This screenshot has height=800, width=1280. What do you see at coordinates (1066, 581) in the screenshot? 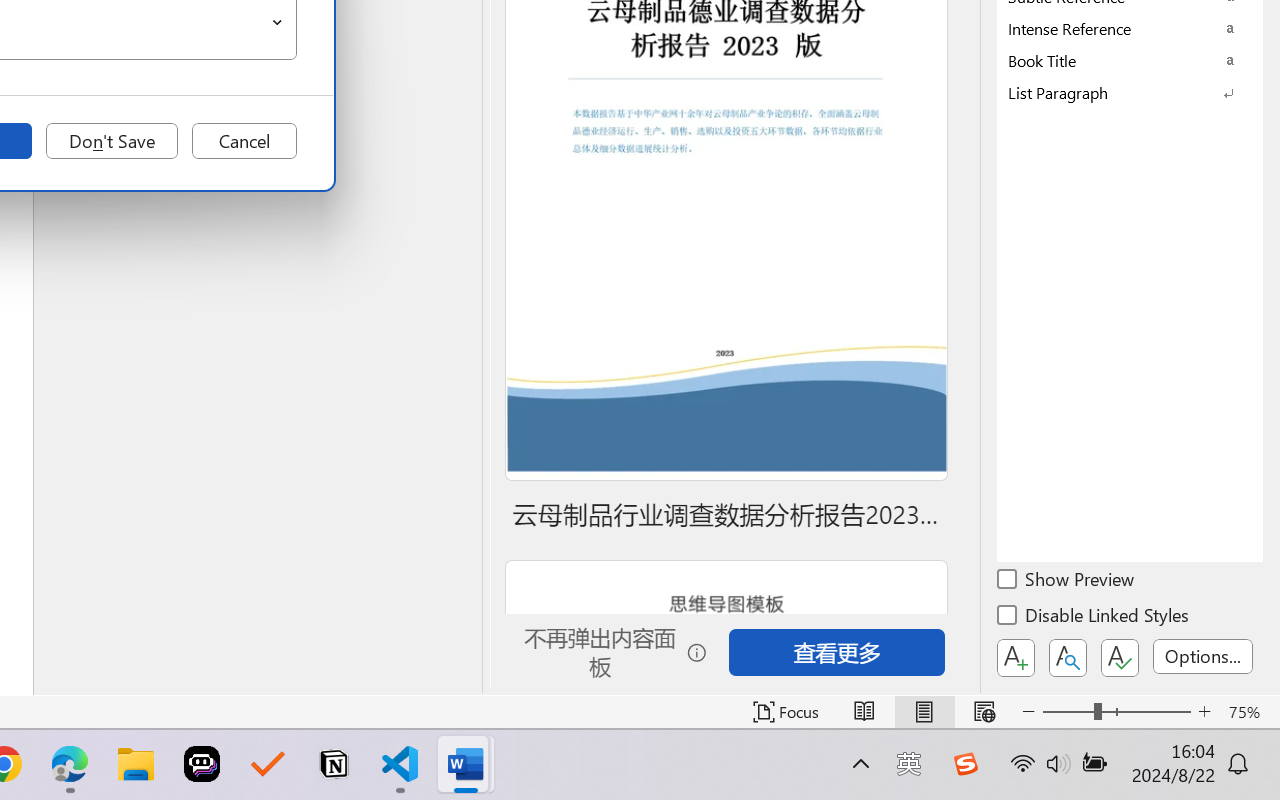
I see `'Show Preview'` at bounding box center [1066, 581].